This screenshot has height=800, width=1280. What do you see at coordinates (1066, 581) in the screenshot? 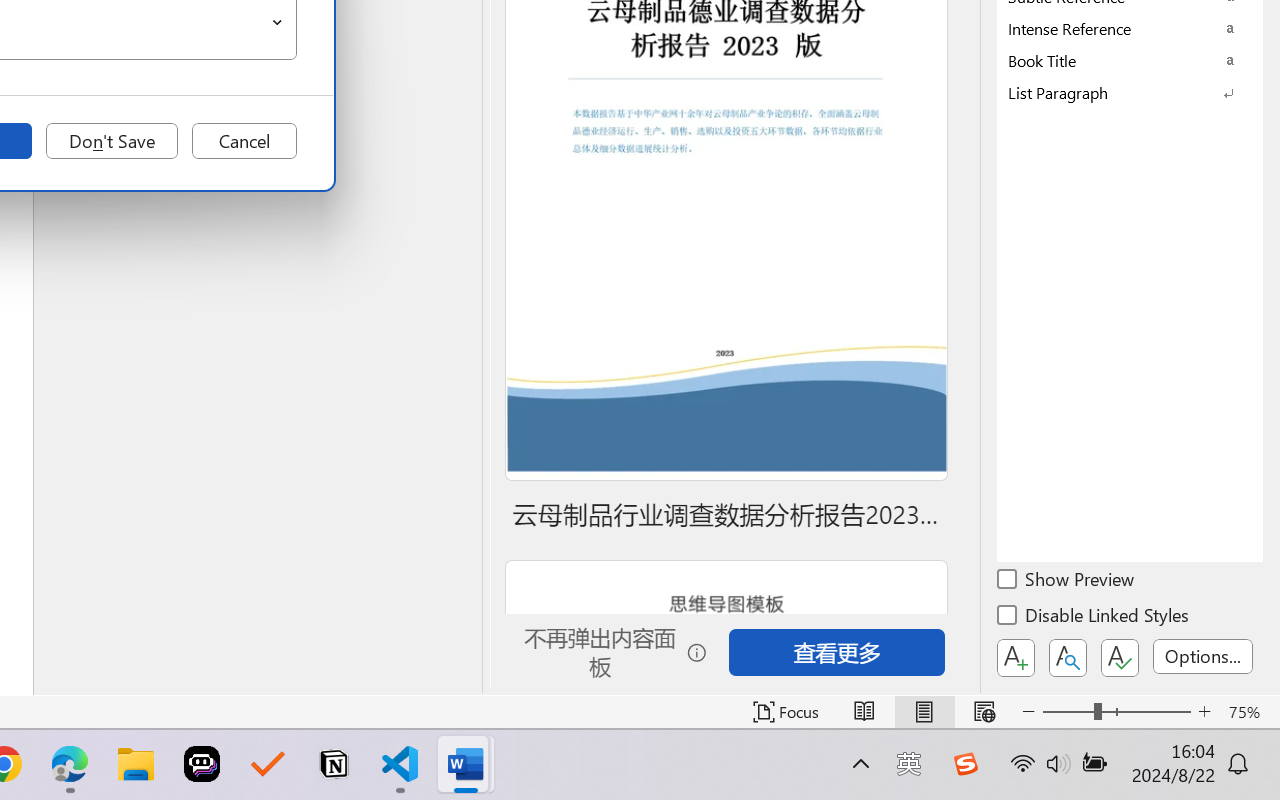
I see `'Show Preview'` at bounding box center [1066, 581].